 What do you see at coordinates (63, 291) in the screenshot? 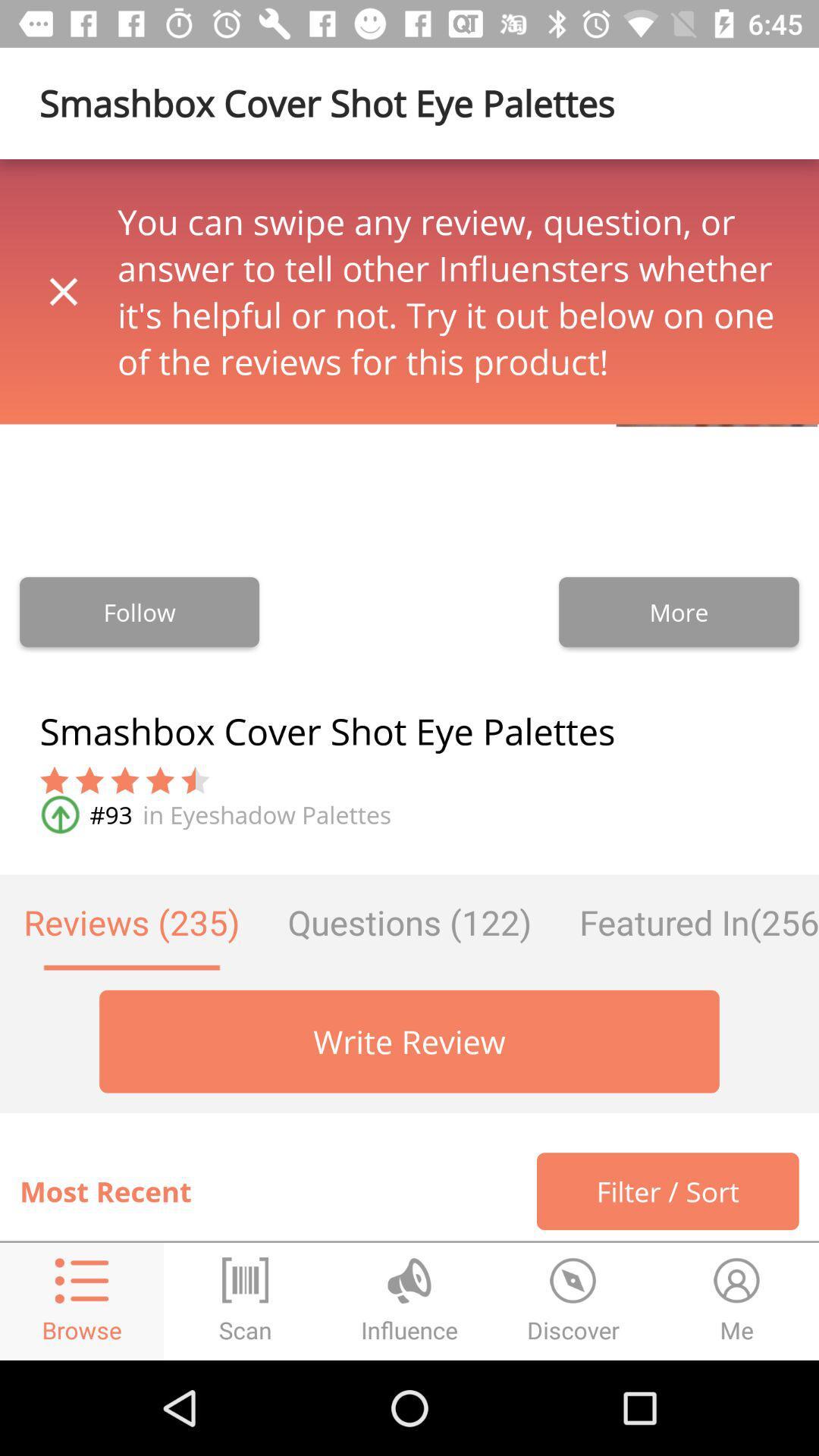
I see `the close icon` at bounding box center [63, 291].